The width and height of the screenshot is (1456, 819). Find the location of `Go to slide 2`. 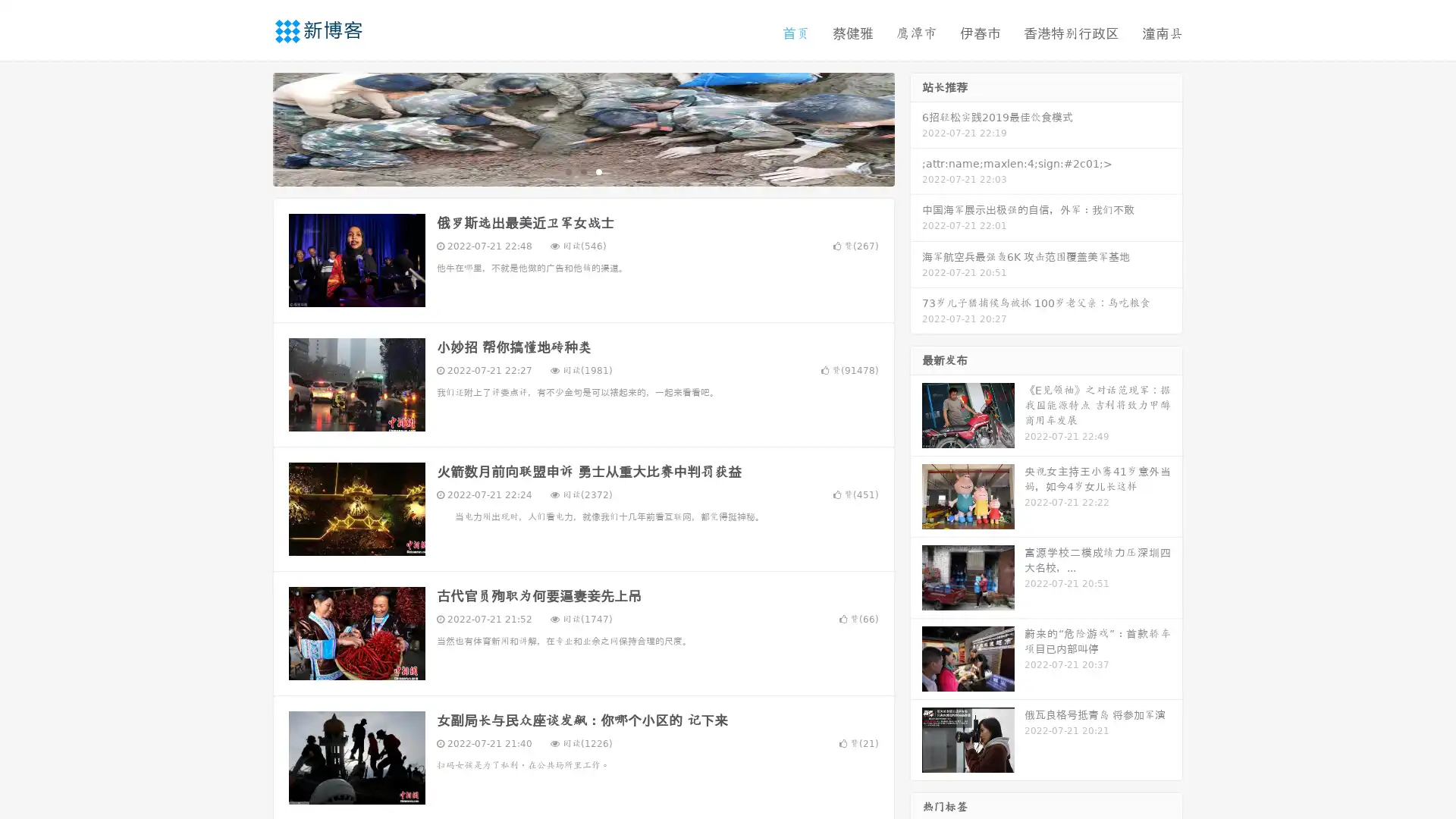

Go to slide 2 is located at coordinates (582, 171).